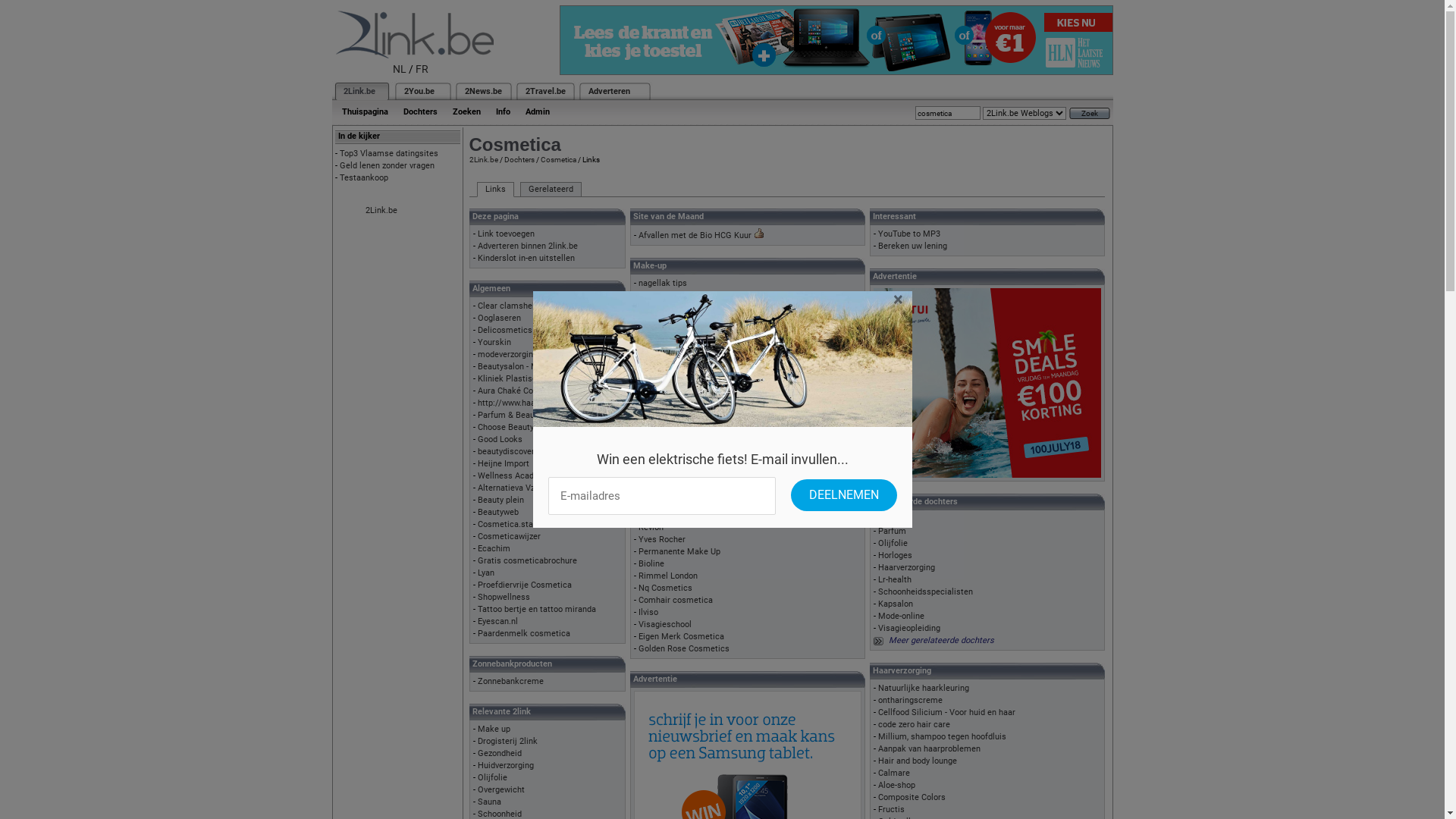 This screenshot has height=819, width=1456. Describe the element at coordinates (489, 801) in the screenshot. I see `'Sauna'` at that location.